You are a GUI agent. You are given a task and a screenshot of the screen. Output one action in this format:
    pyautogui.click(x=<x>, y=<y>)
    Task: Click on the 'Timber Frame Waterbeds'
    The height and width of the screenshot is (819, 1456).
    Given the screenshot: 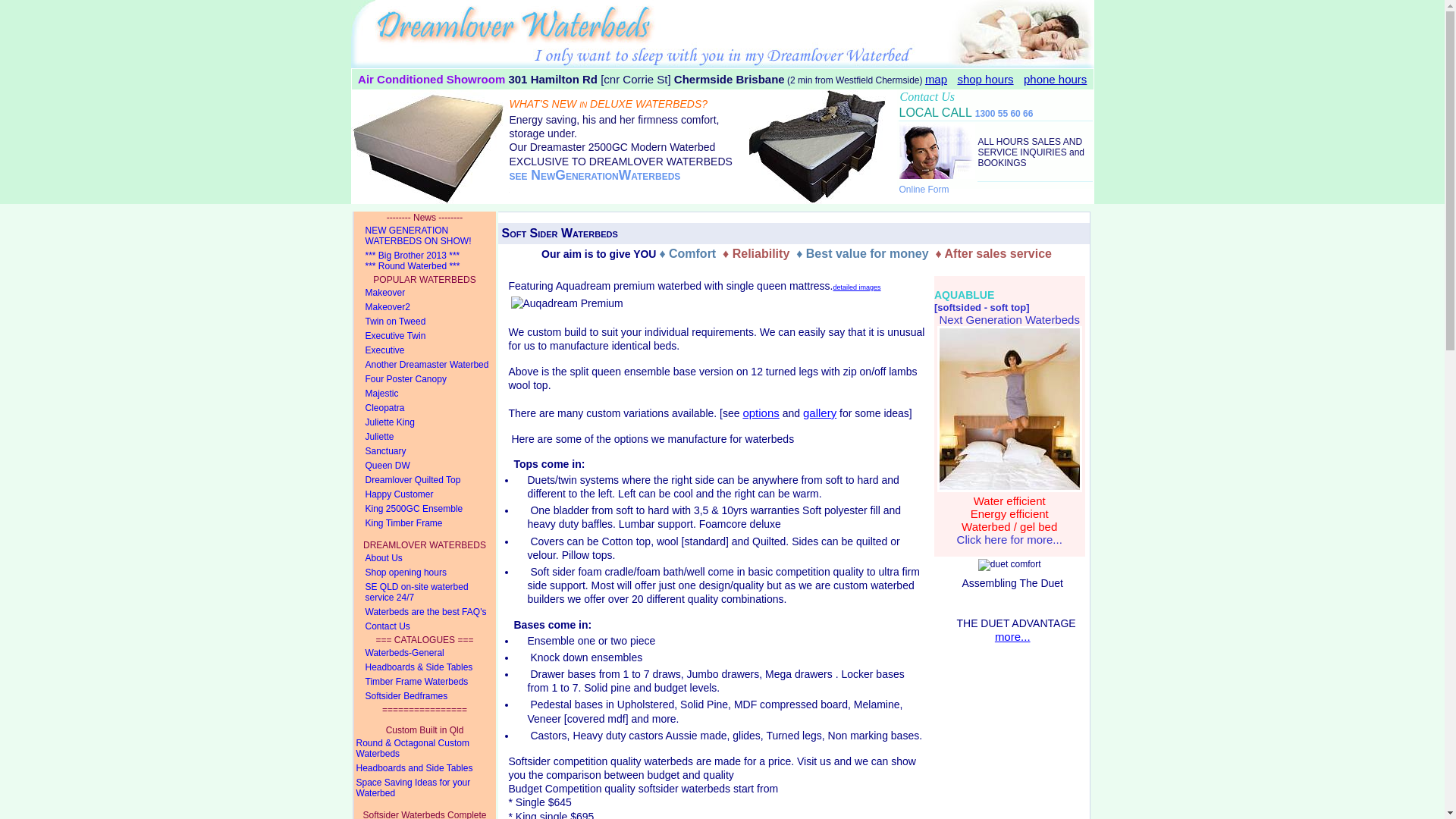 What is the action you would take?
    pyautogui.click(x=424, y=681)
    